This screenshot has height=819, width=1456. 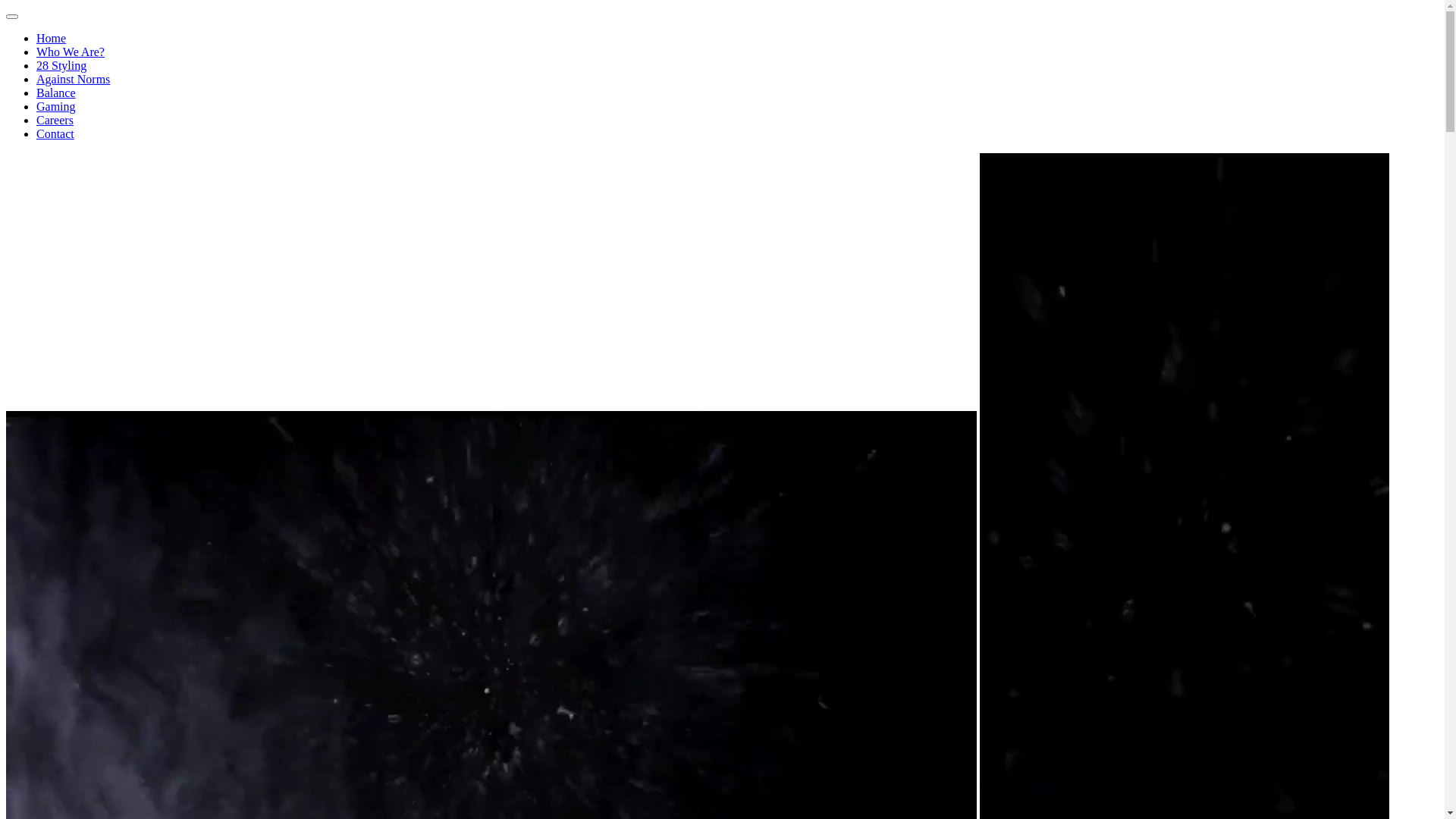 I want to click on 'Gaming', so click(x=36, y=105).